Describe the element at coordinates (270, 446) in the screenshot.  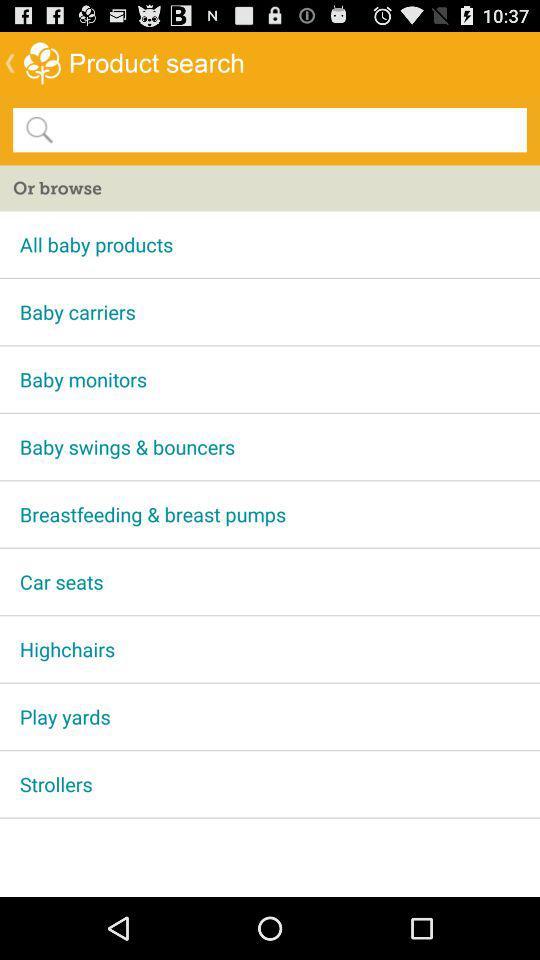
I see `the icon below baby monitors icon` at that location.